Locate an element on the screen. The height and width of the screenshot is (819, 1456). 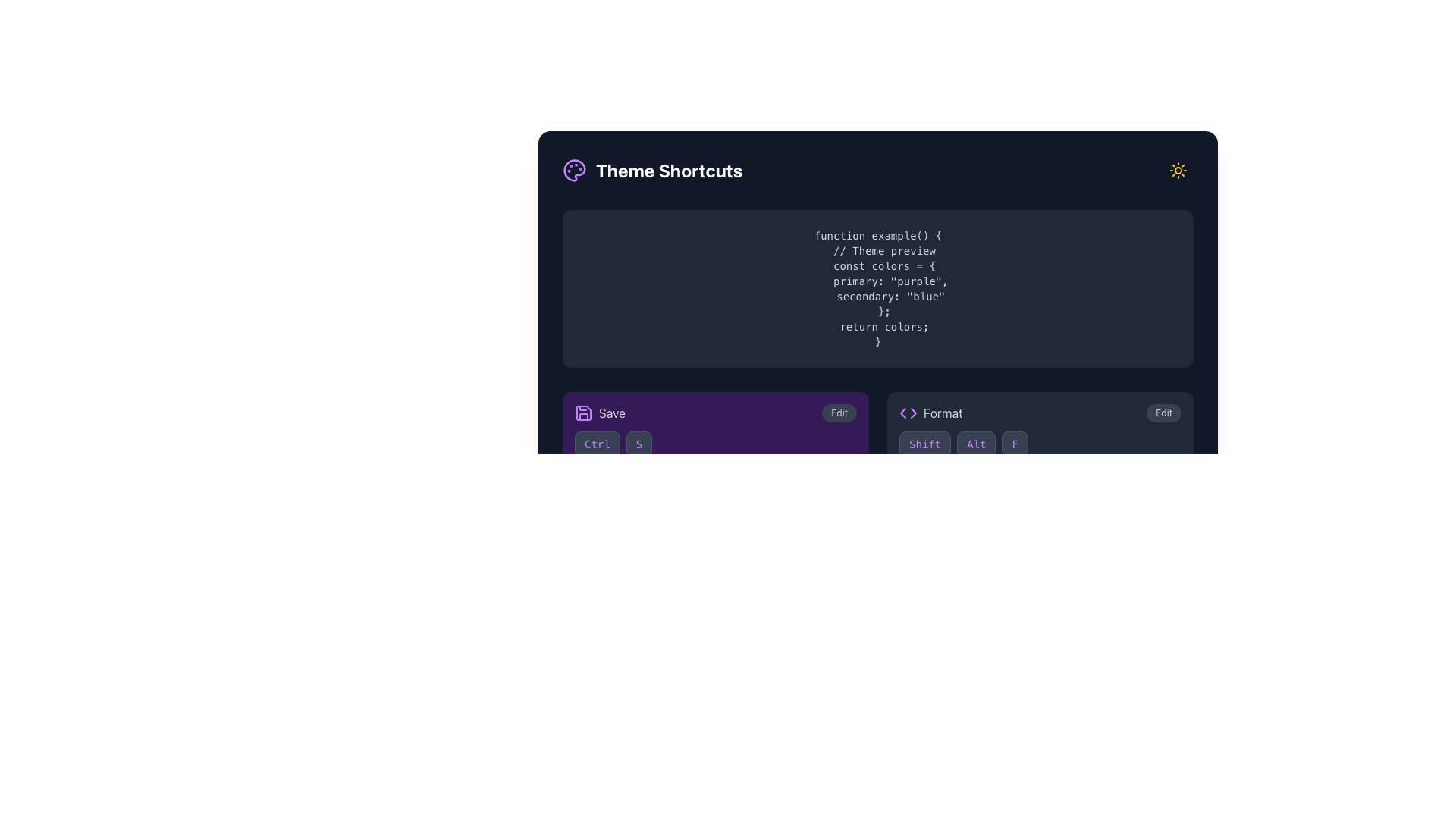
the purple save icon, which is styled like a floppy disk and located to the left of the text 'Save' is located at coordinates (582, 413).